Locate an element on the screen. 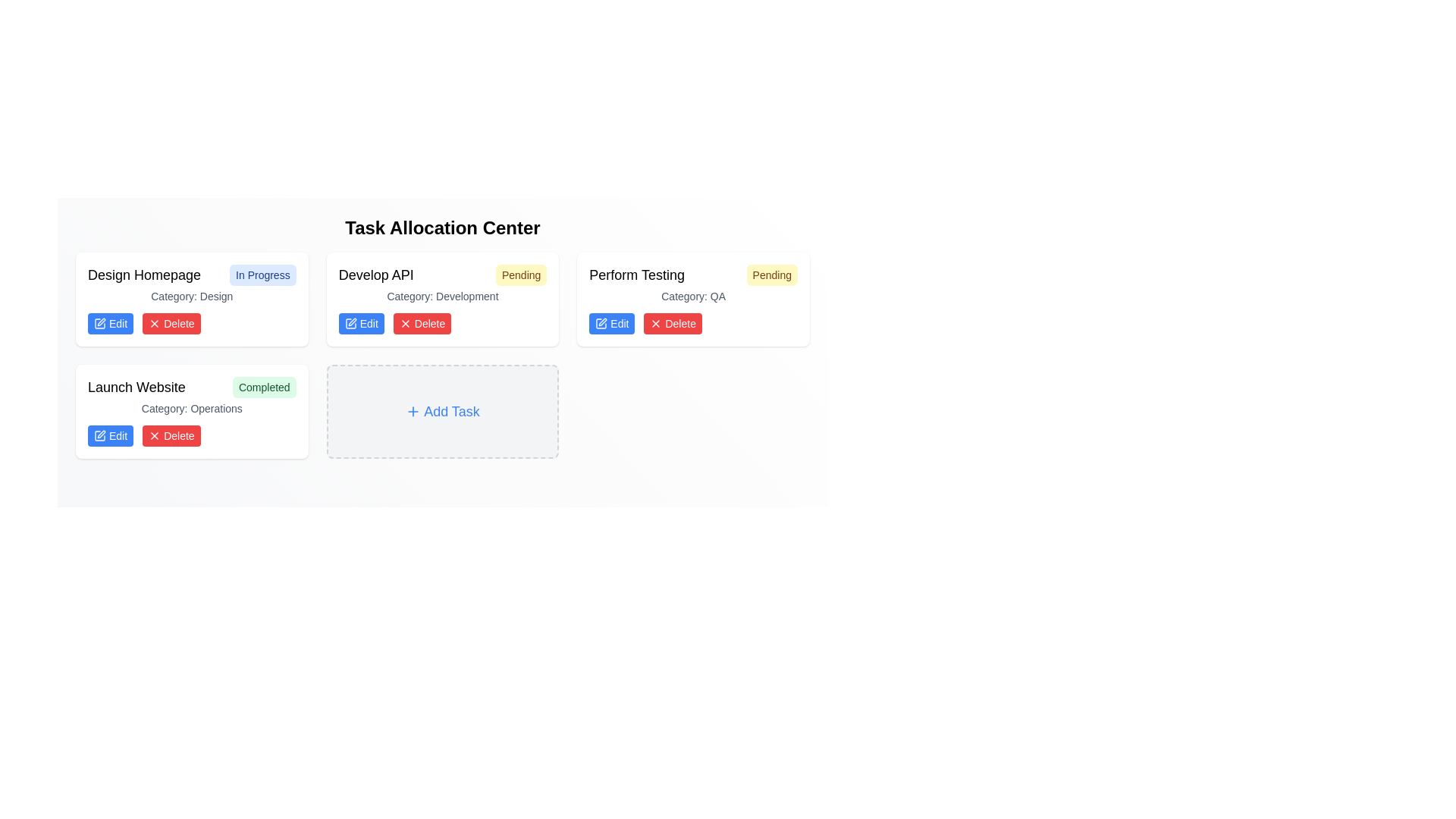 The height and width of the screenshot is (819, 1456). the status badge indicating 'Pending' for the 'Perform Testing' task located in the upper right corner of the task card is located at coordinates (772, 275).